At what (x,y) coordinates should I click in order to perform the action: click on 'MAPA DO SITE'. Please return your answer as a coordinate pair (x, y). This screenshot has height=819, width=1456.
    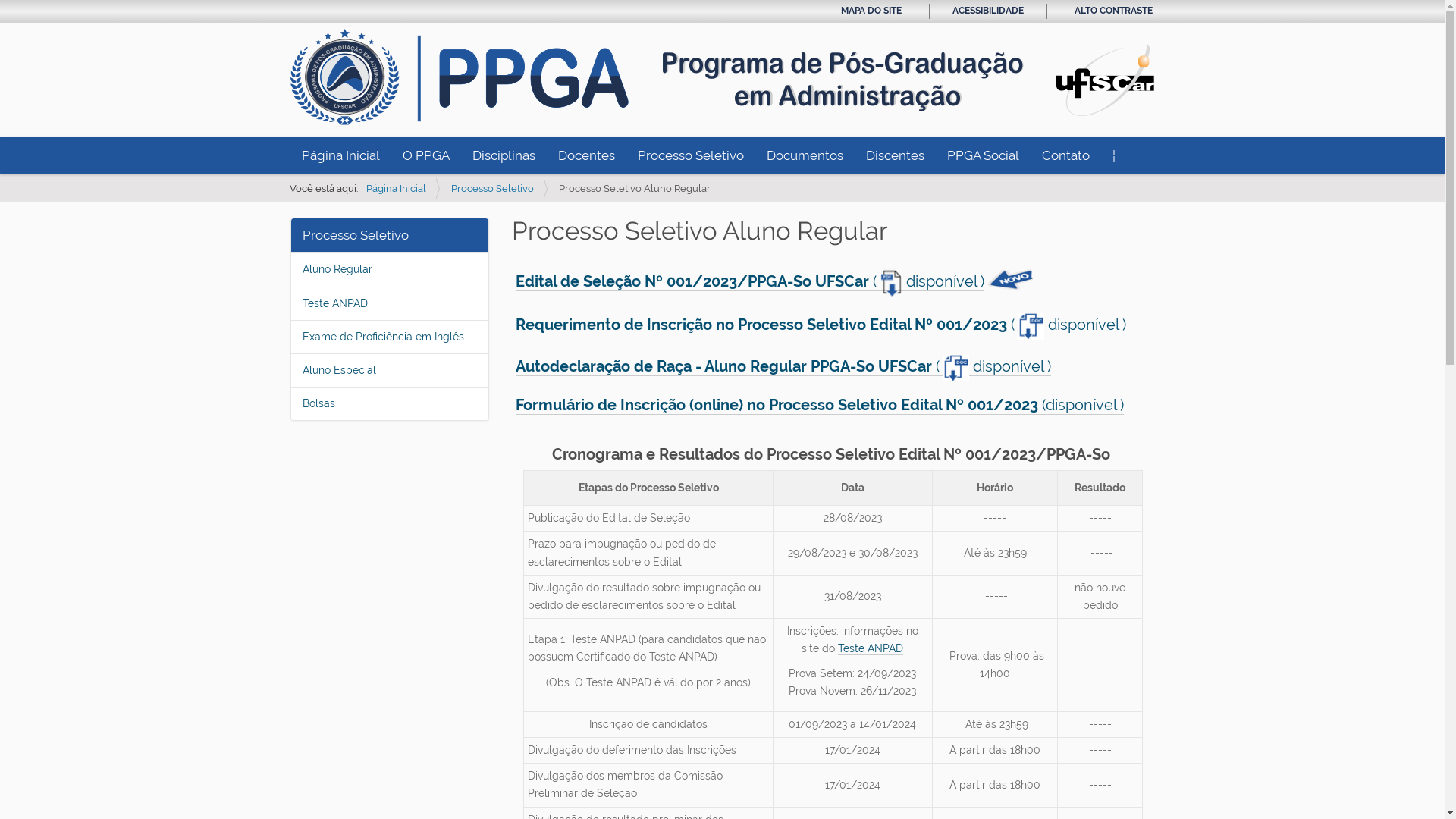
    Looking at the image, I should click on (839, 11).